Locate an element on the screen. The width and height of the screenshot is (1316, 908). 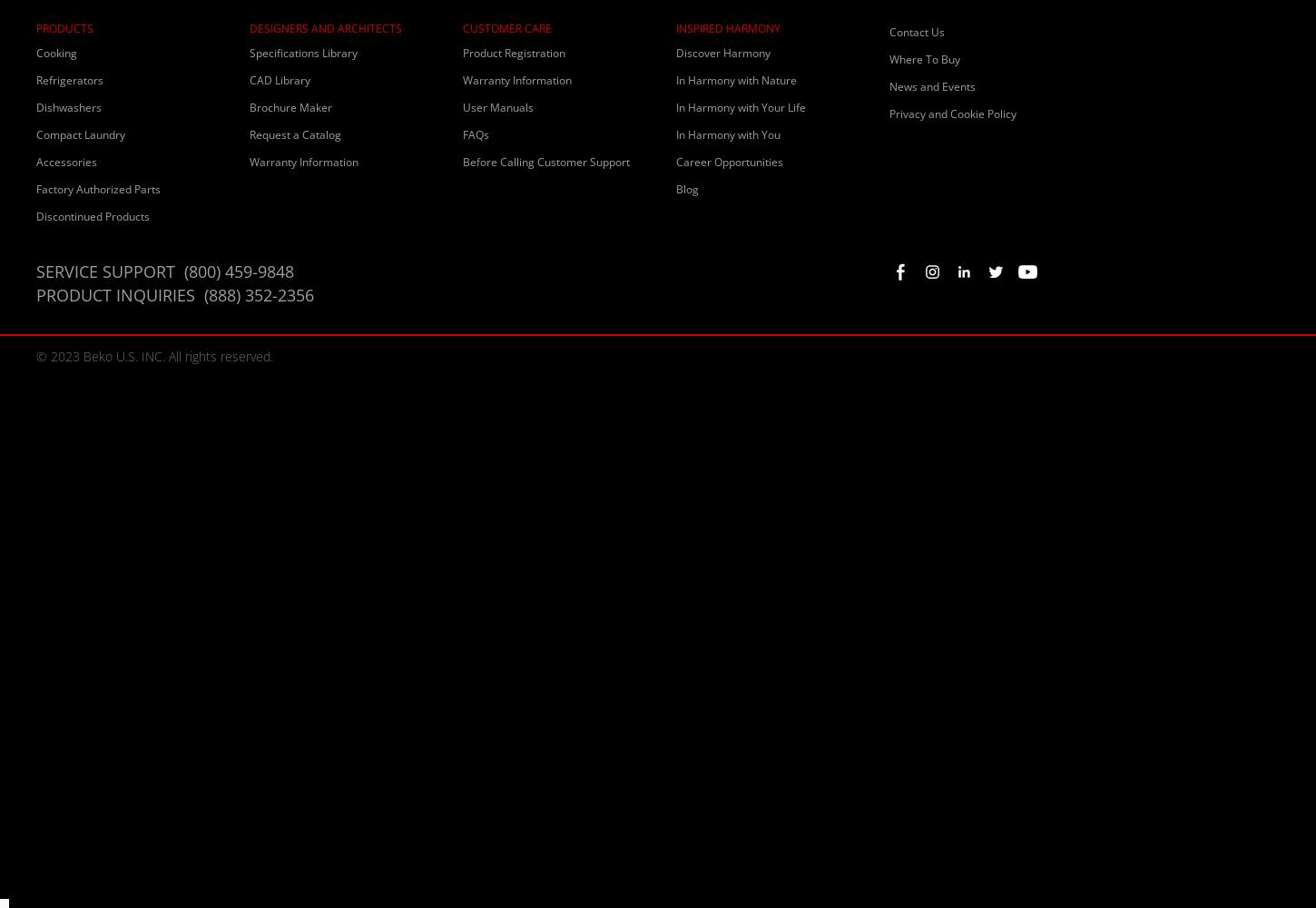
'In Harmony with Nature' is located at coordinates (736, 79).